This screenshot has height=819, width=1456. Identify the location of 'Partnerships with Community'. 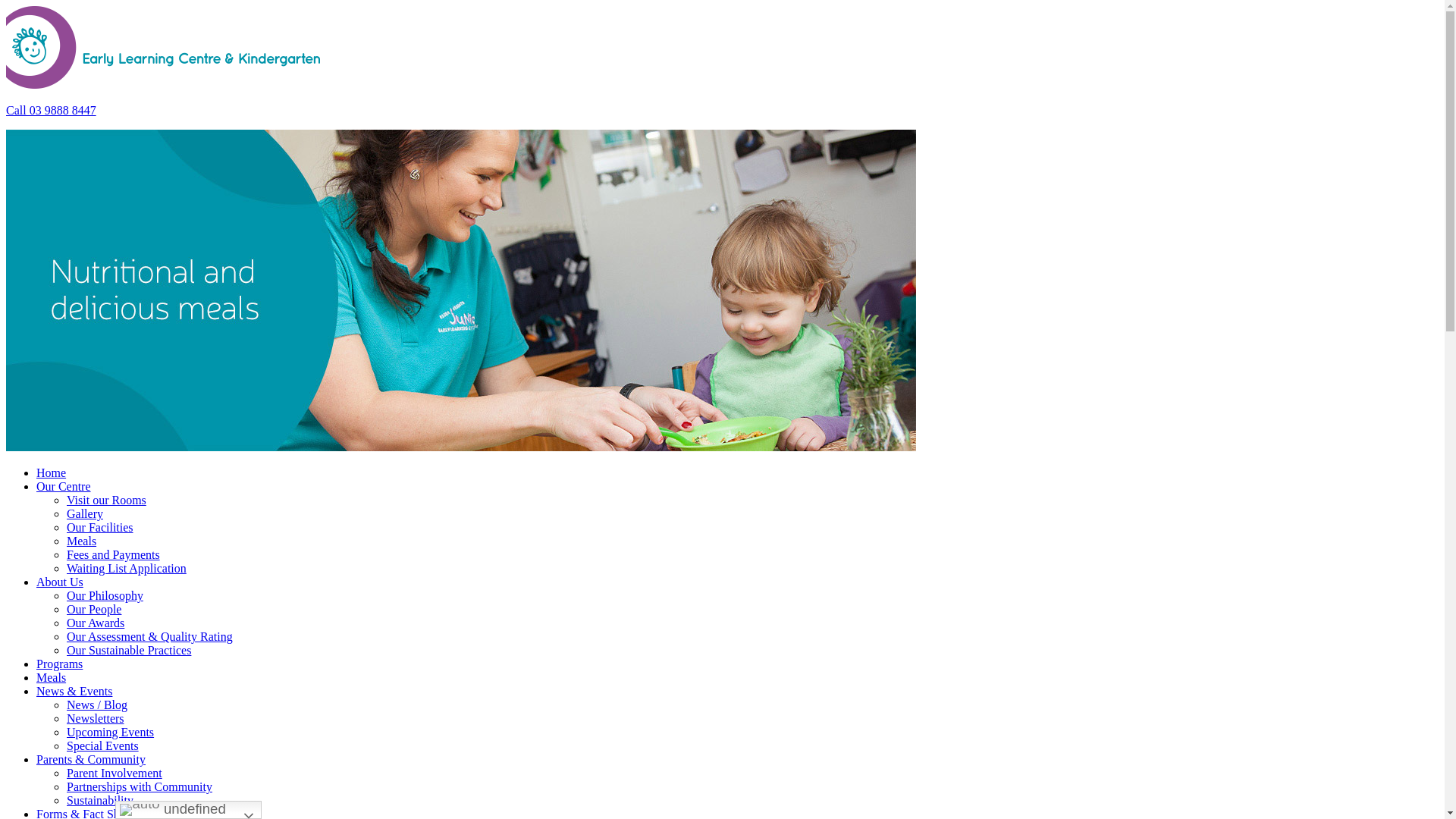
(65, 786).